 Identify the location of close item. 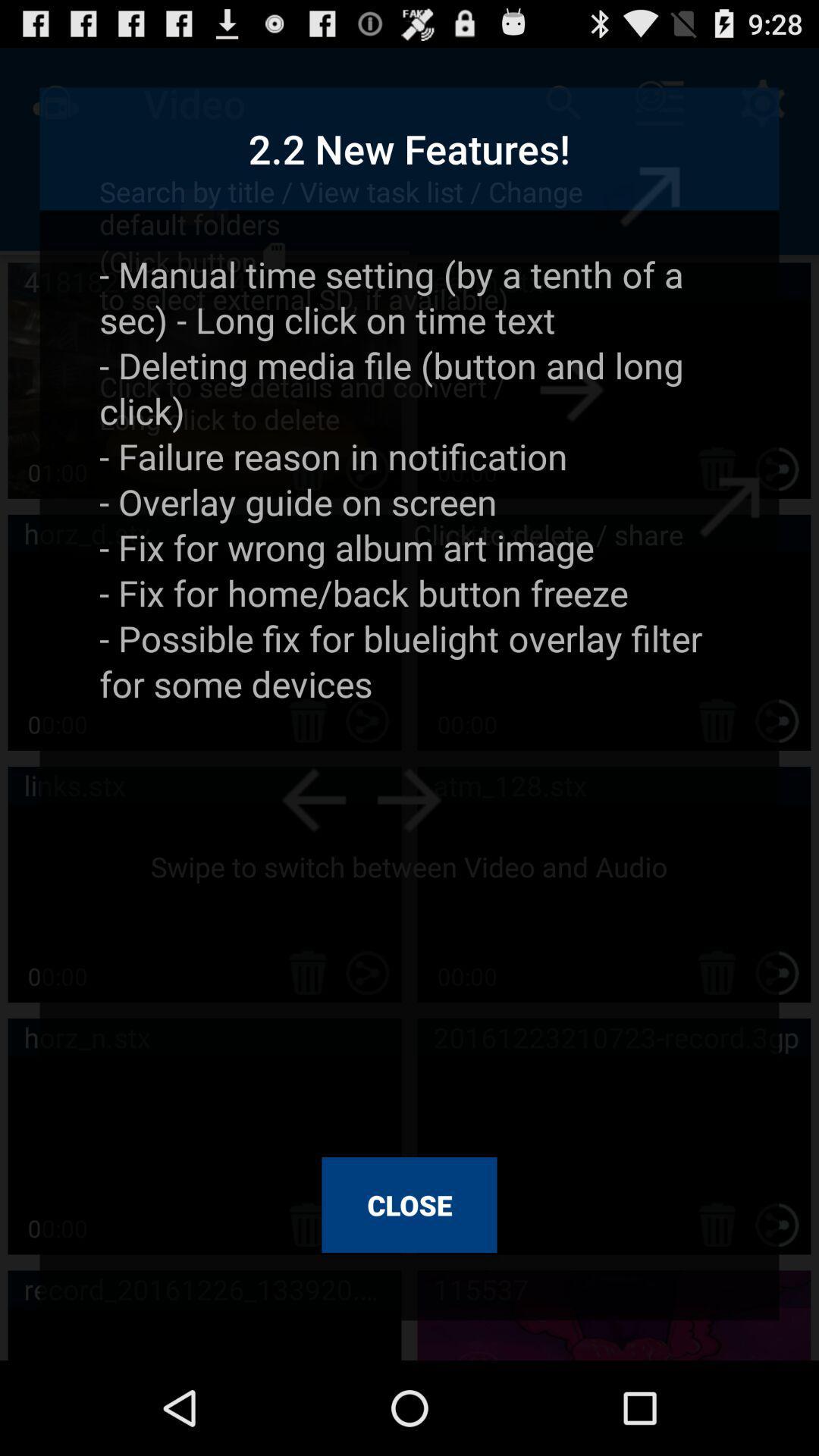
(409, 1204).